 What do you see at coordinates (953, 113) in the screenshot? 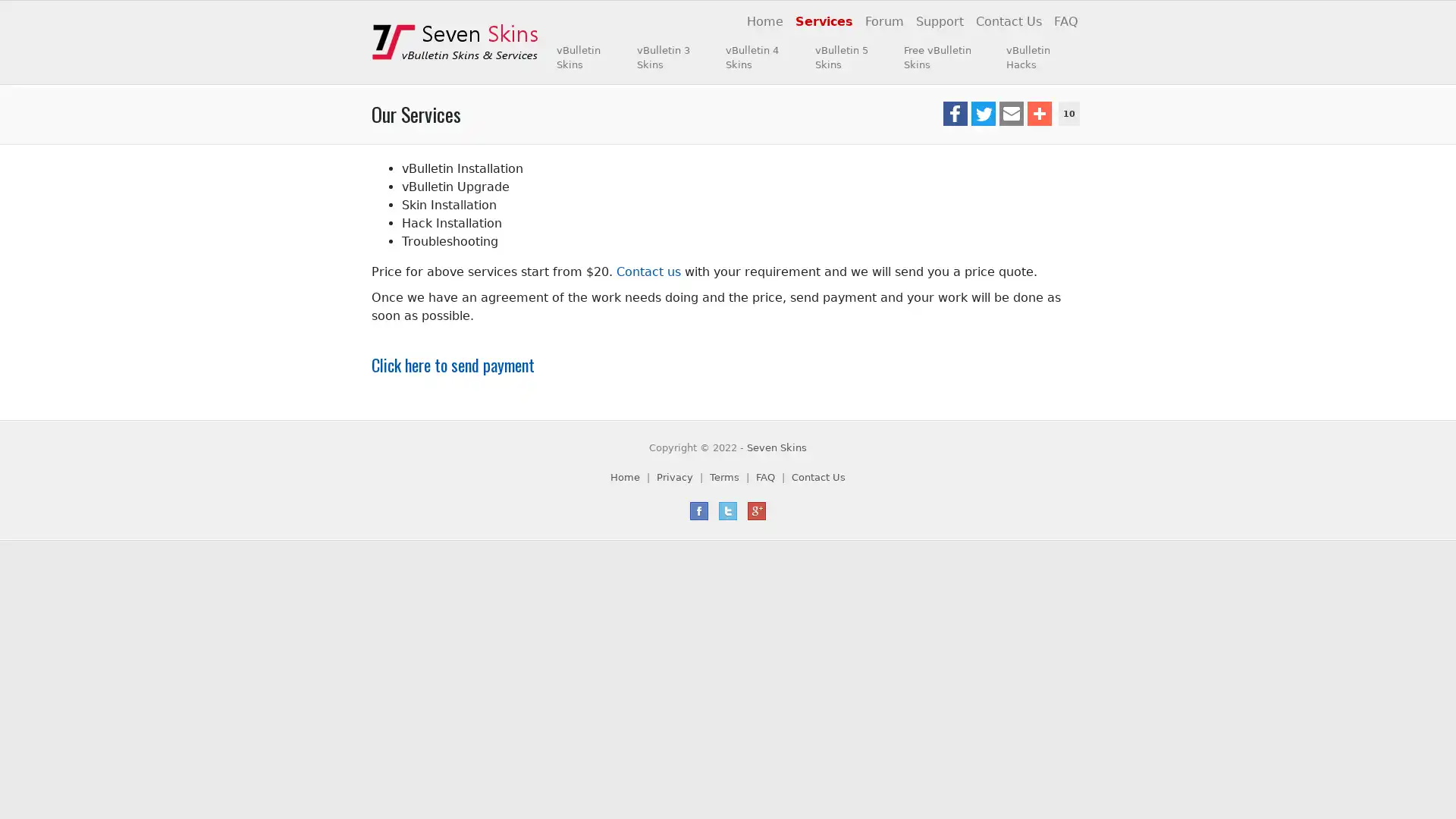
I see `Share to Facebook` at bounding box center [953, 113].